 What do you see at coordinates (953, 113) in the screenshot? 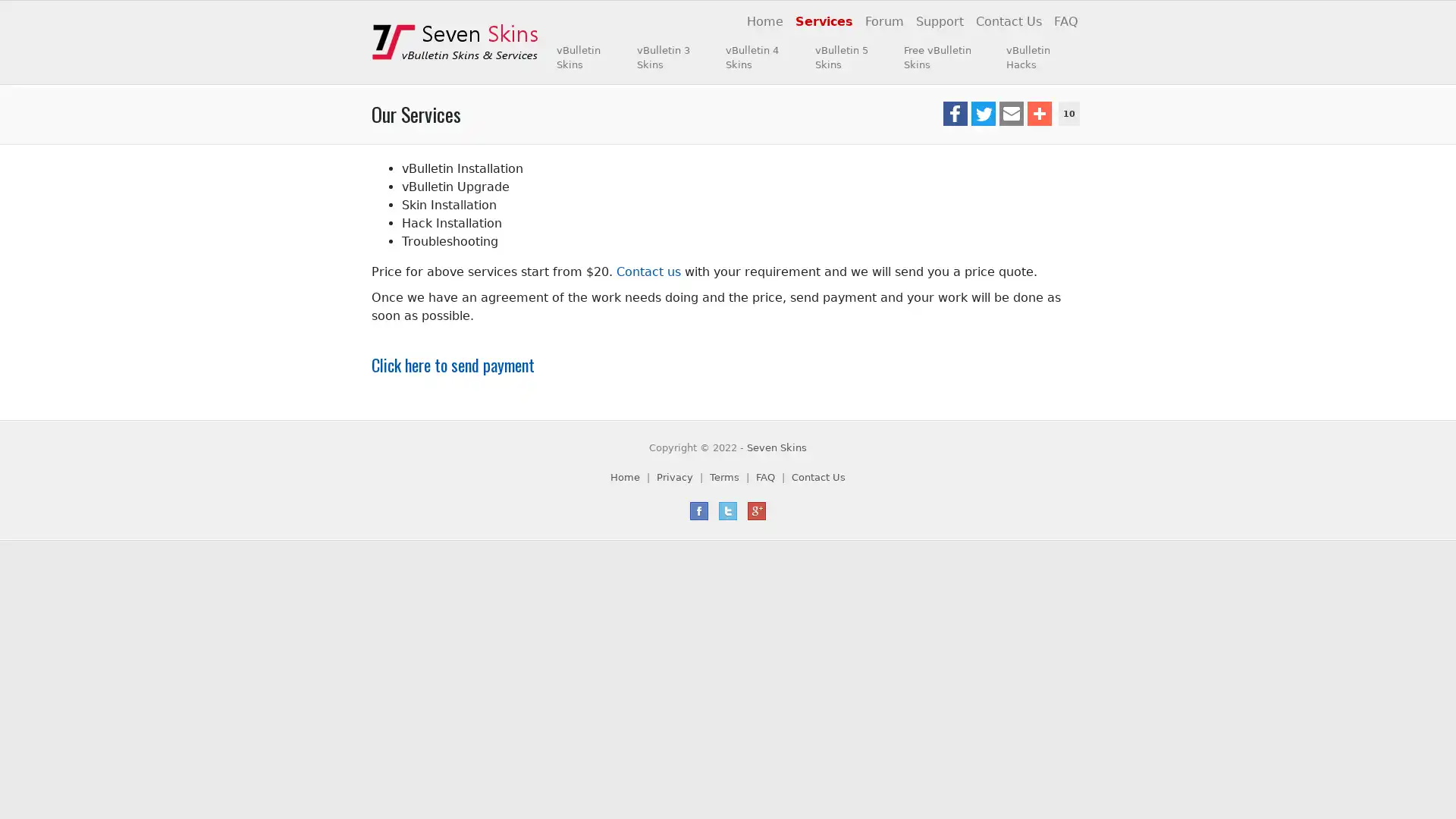
I see `Share to Facebook` at bounding box center [953, 113].